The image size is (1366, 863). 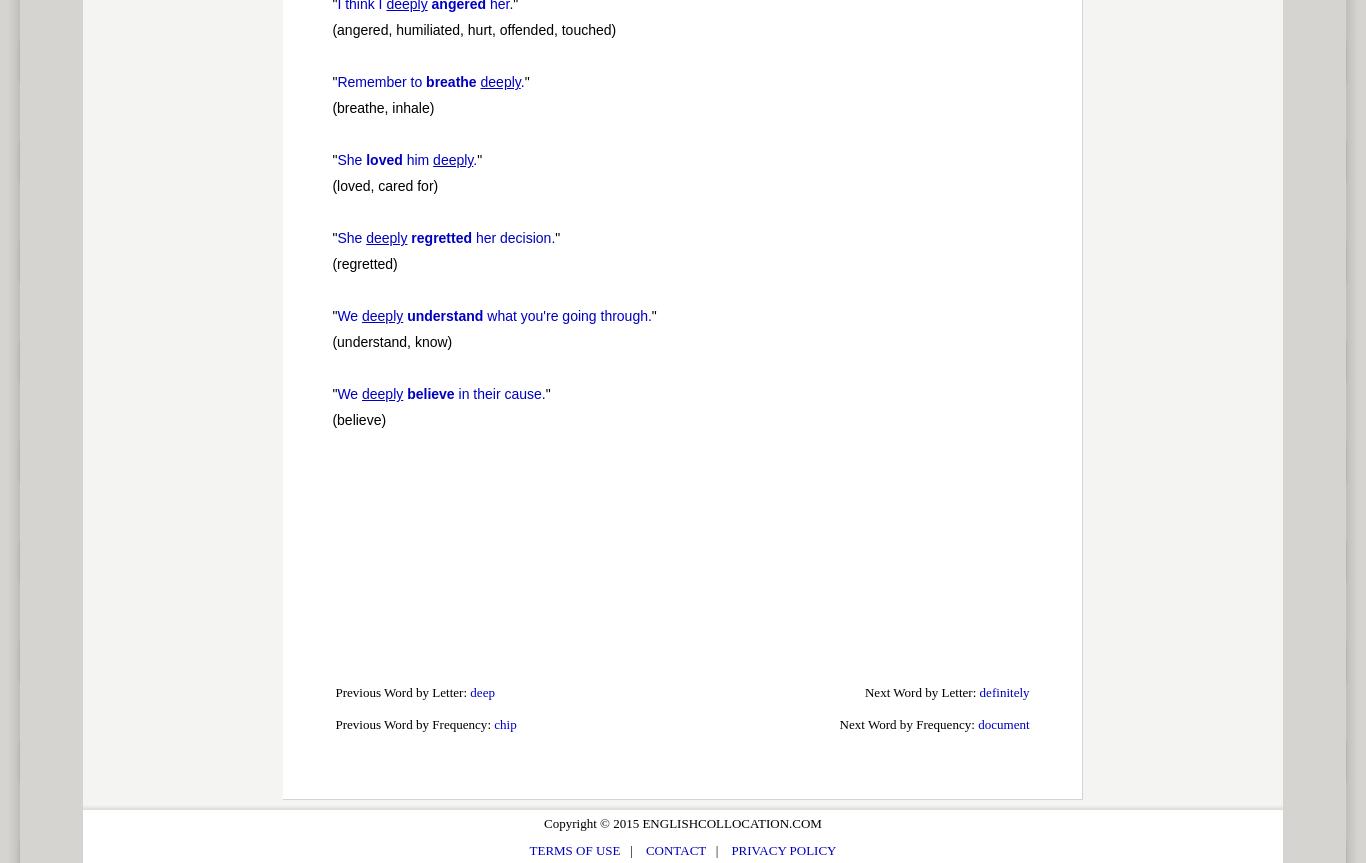 What do you see at coordinates (482, 692) in the screenshot?
I see `'deep'` at bounding box center [482, 692].